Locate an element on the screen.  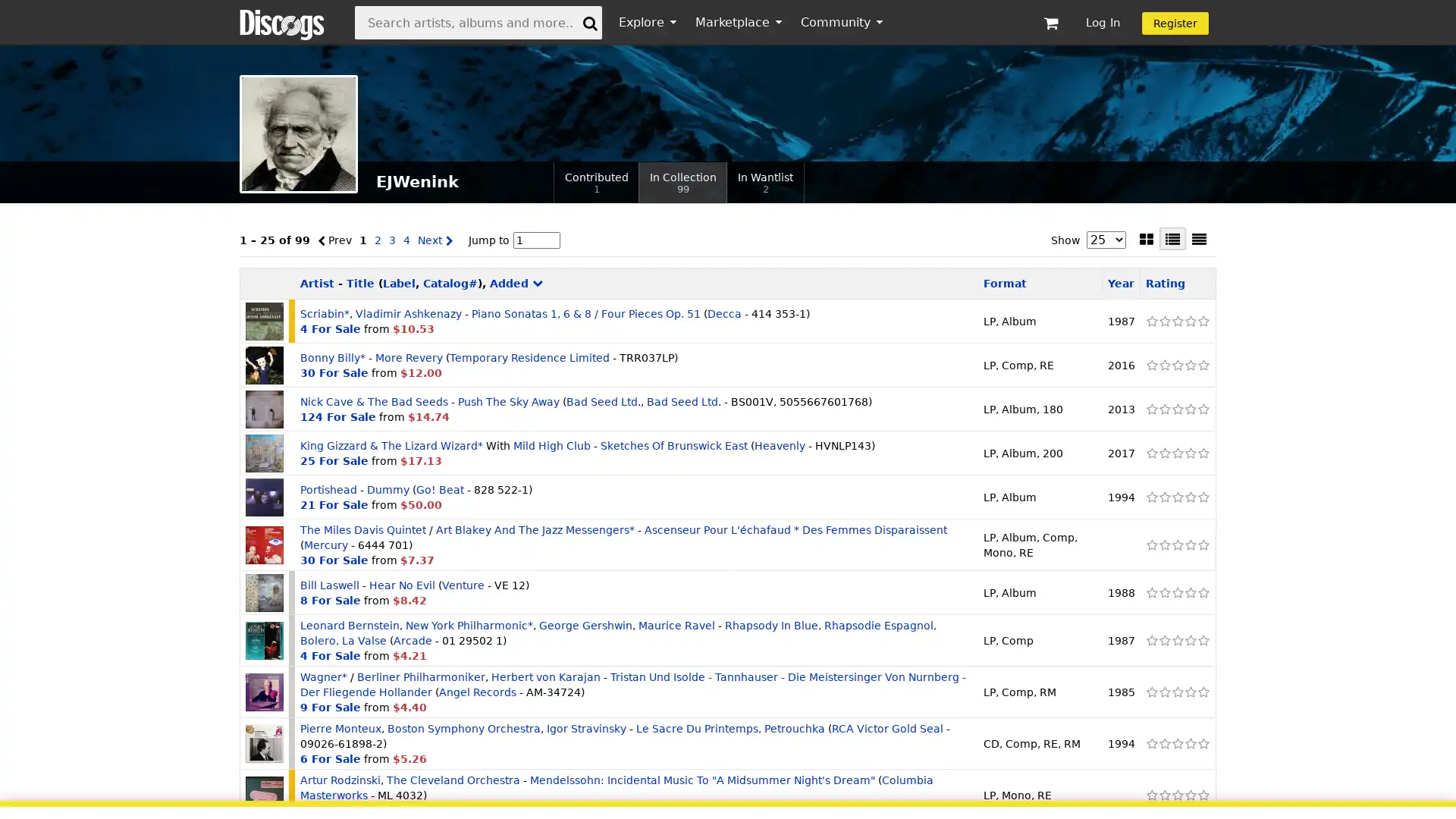
Rate this release 1 star. is located at coordinates (1151, 692).